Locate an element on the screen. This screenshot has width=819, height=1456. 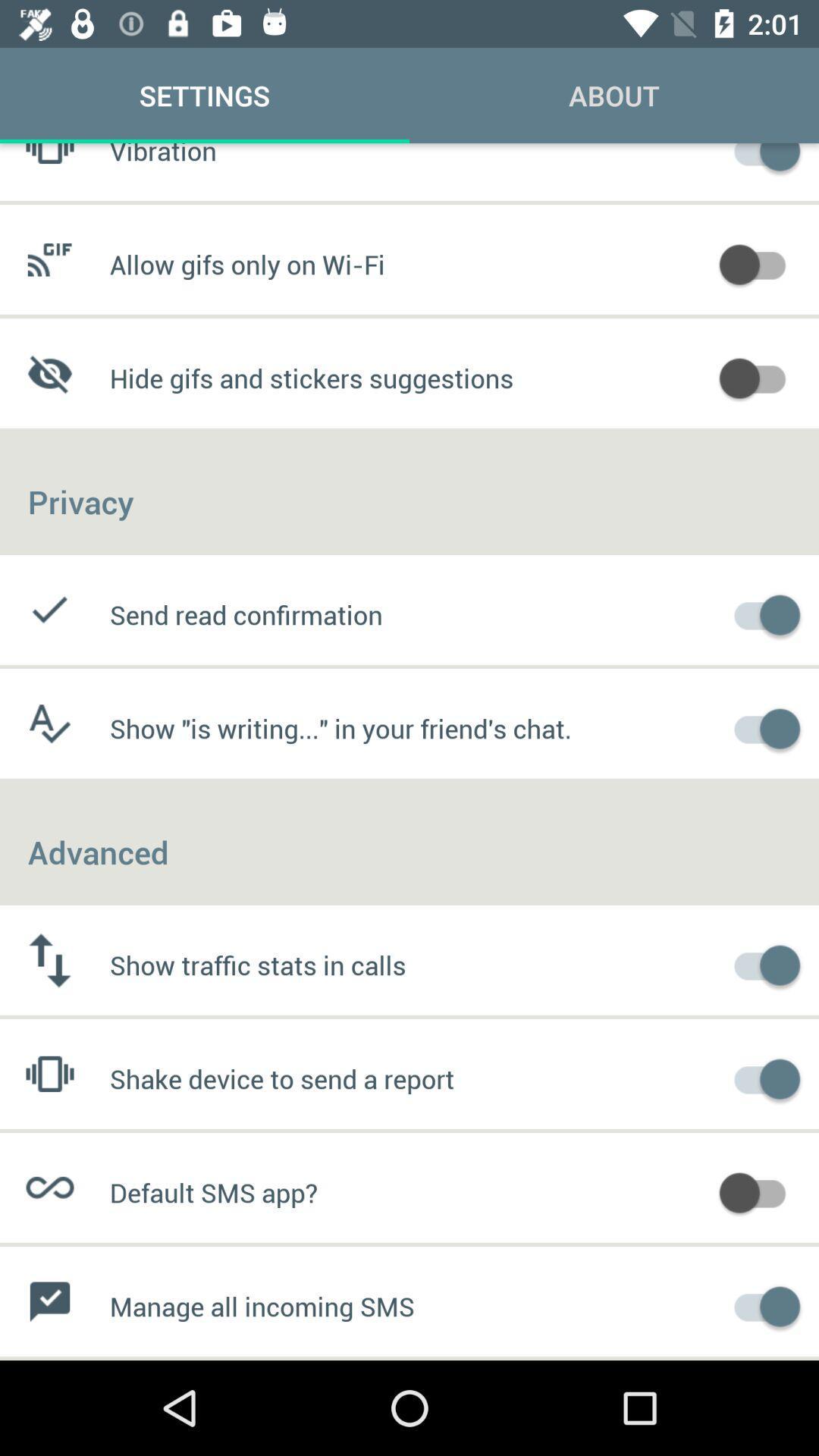
turn off vibration is located at coordinates (760, 159).